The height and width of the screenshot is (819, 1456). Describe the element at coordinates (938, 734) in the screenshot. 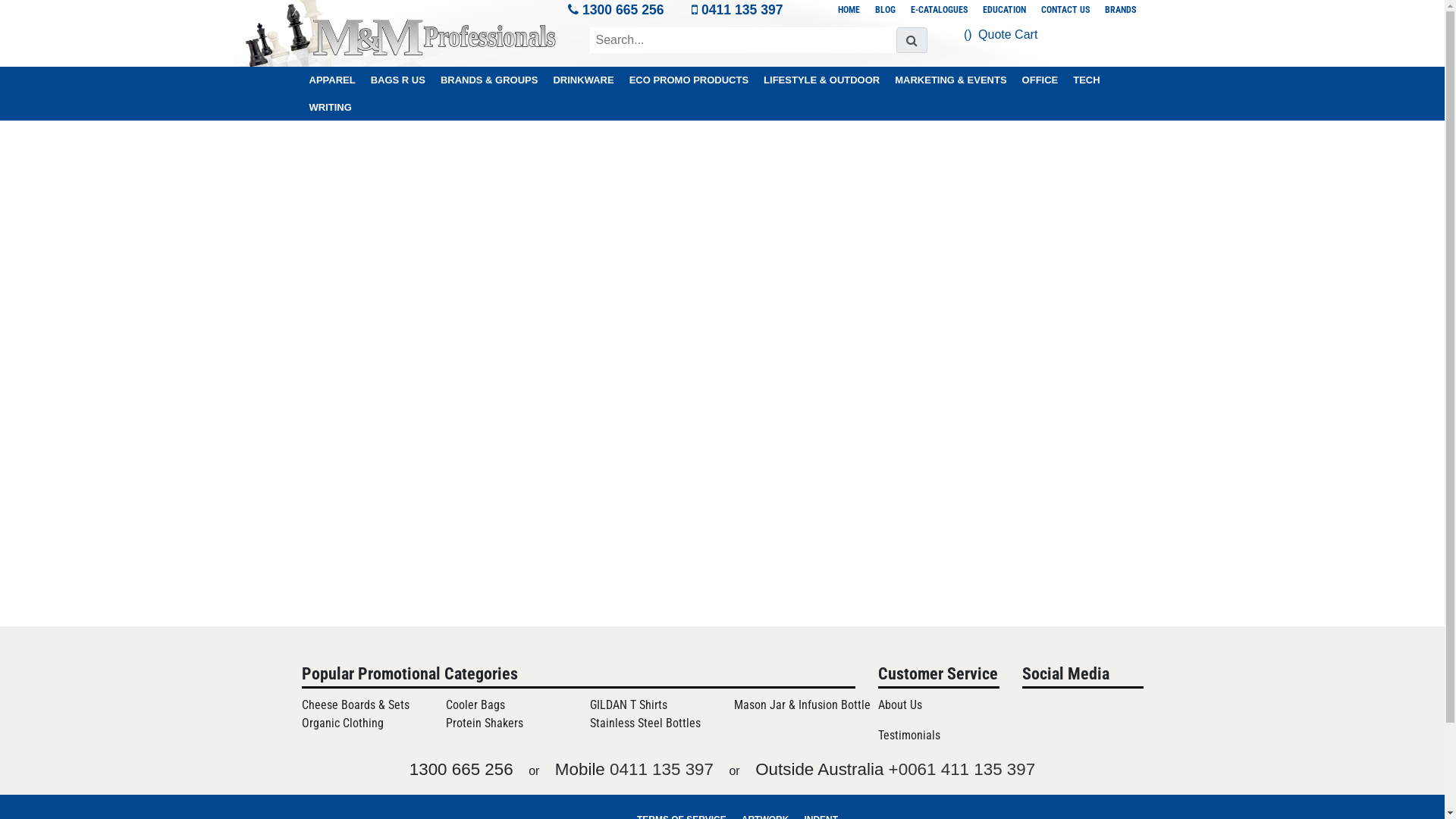

I see `'Testimonials'` at that location.